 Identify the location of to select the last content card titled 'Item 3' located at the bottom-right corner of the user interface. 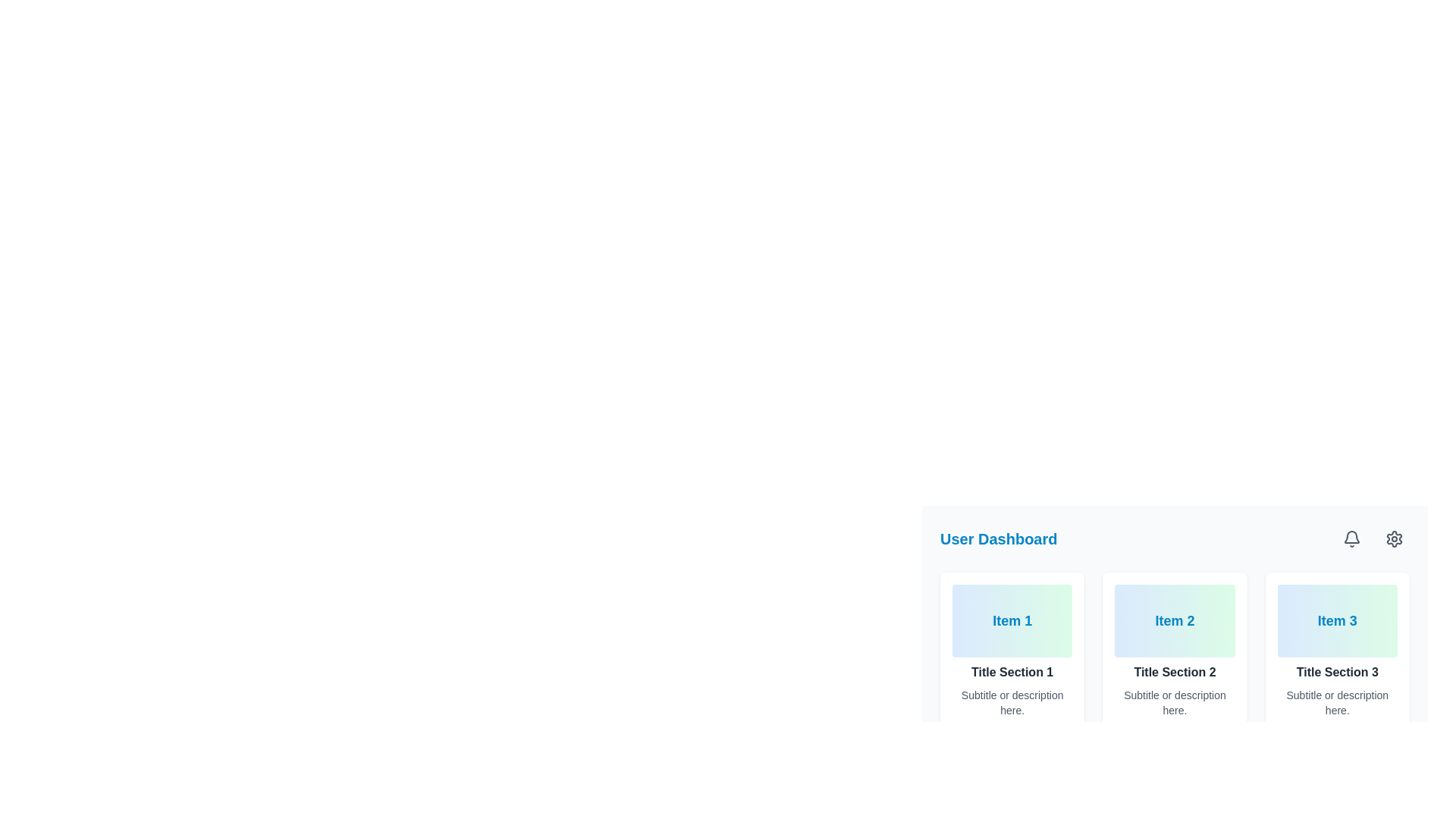
(1337, 651).